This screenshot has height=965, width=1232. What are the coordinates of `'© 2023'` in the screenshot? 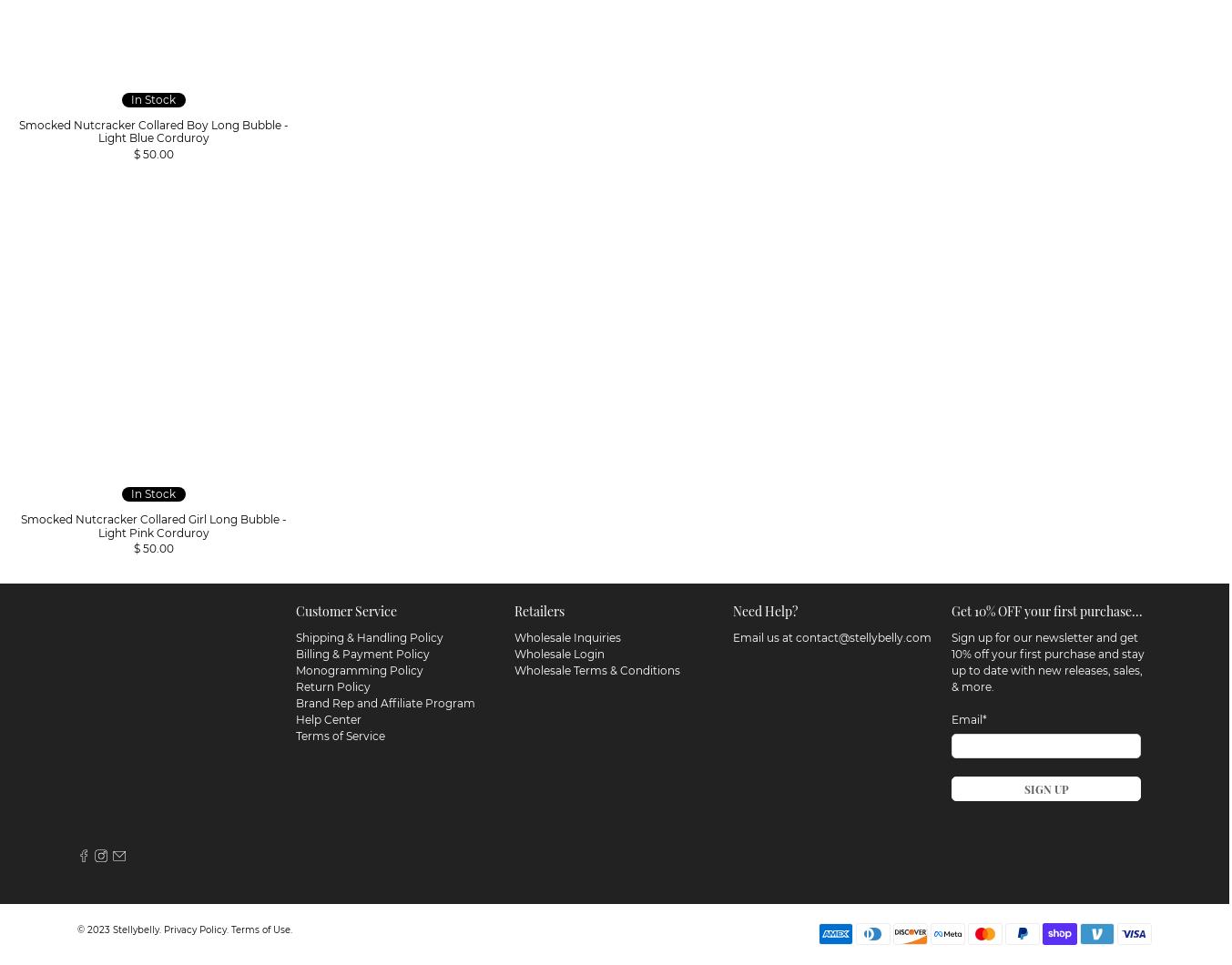 It's located at (95, 926).